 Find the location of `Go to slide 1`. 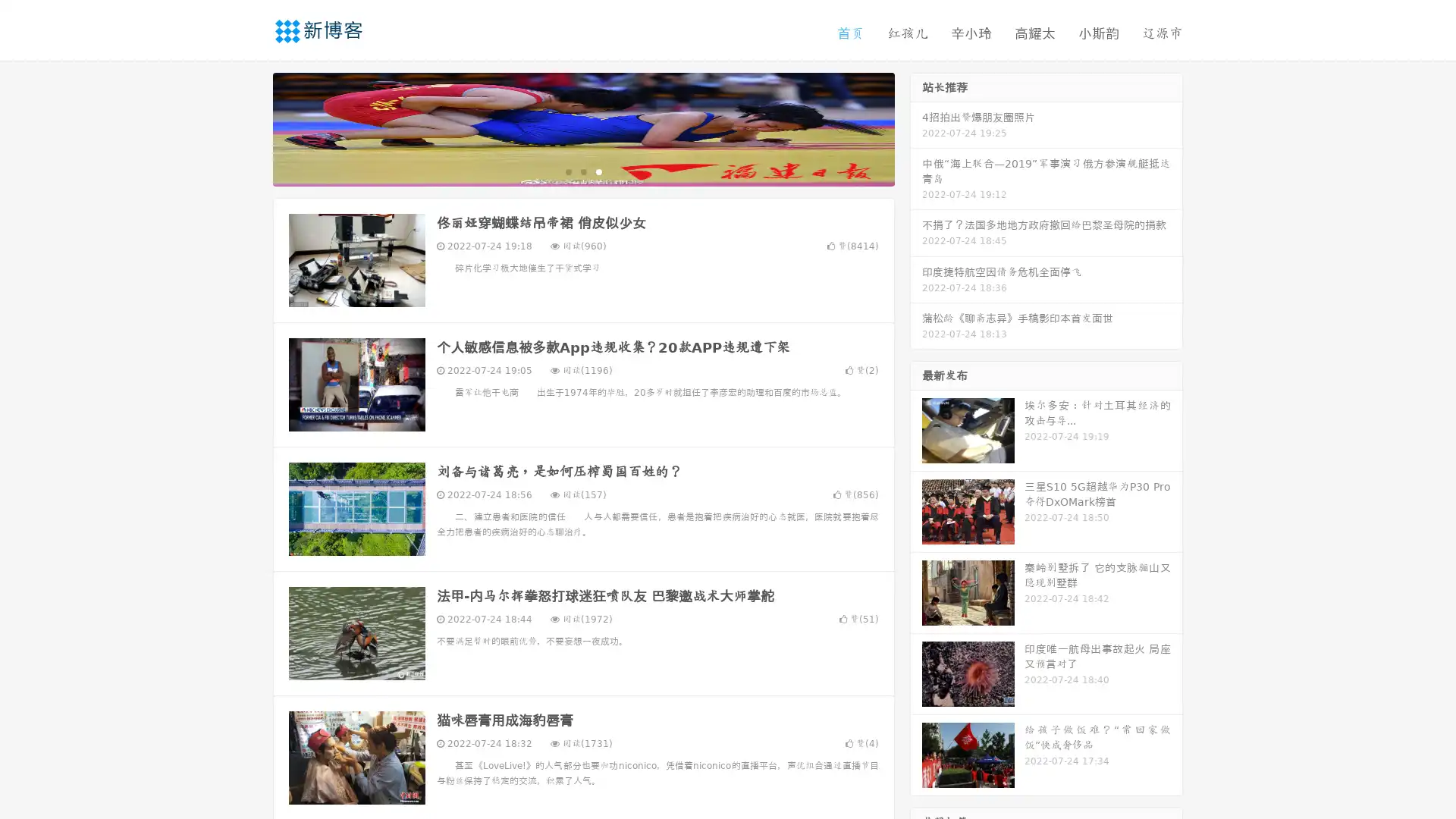

Go to slide 1 is located at coordinates (567, 171).